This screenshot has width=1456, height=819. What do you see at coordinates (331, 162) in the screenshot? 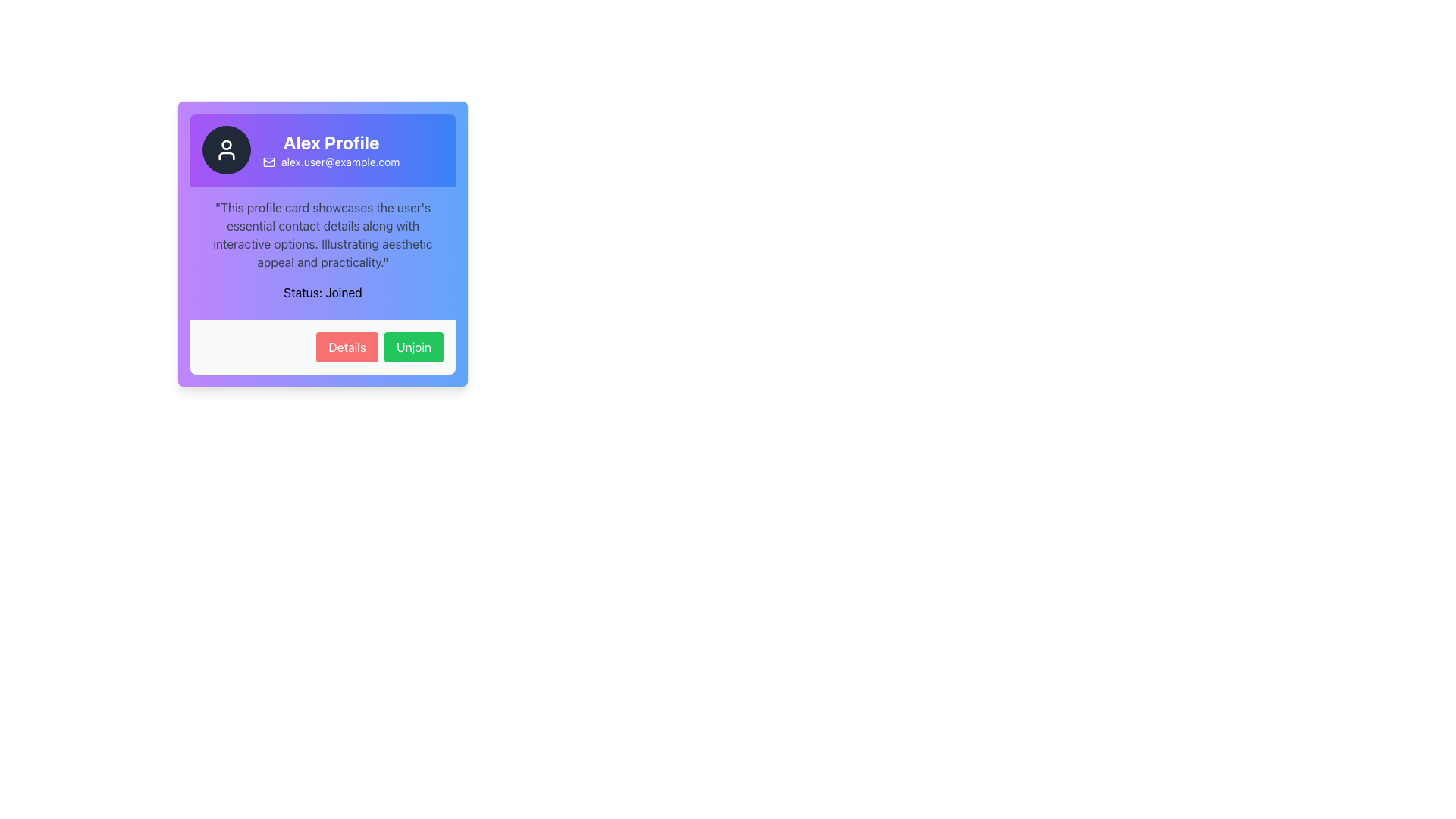
I see `the Static Text With Icon that displays the email address associated with the profile, located below the 'Alex Profile' name heading in the profile header` at bounding box center [331, 162].